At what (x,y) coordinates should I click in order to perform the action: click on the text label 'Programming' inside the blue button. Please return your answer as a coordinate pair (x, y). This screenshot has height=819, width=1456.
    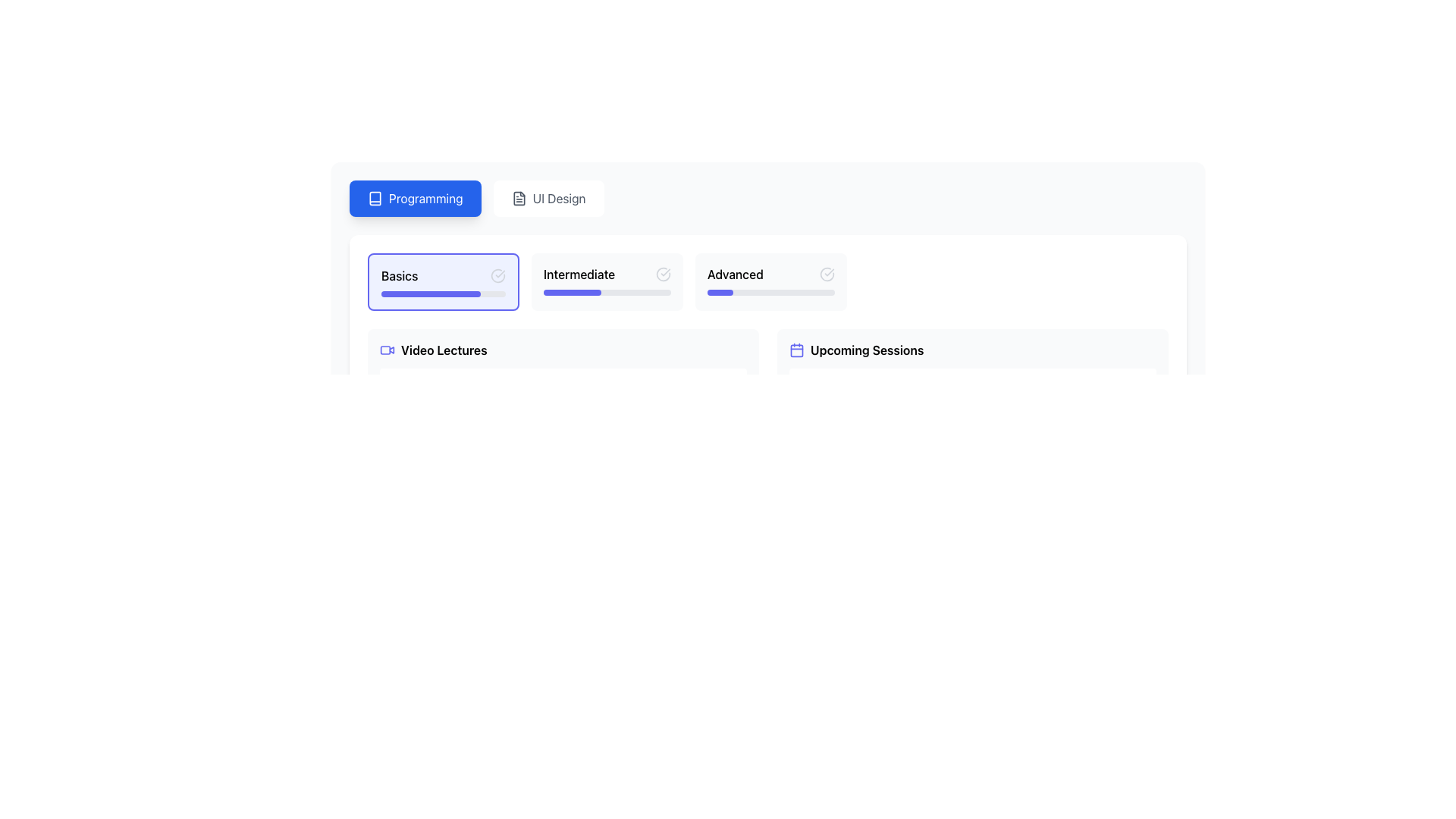
    Looking at the image, I should click on (425, 198).